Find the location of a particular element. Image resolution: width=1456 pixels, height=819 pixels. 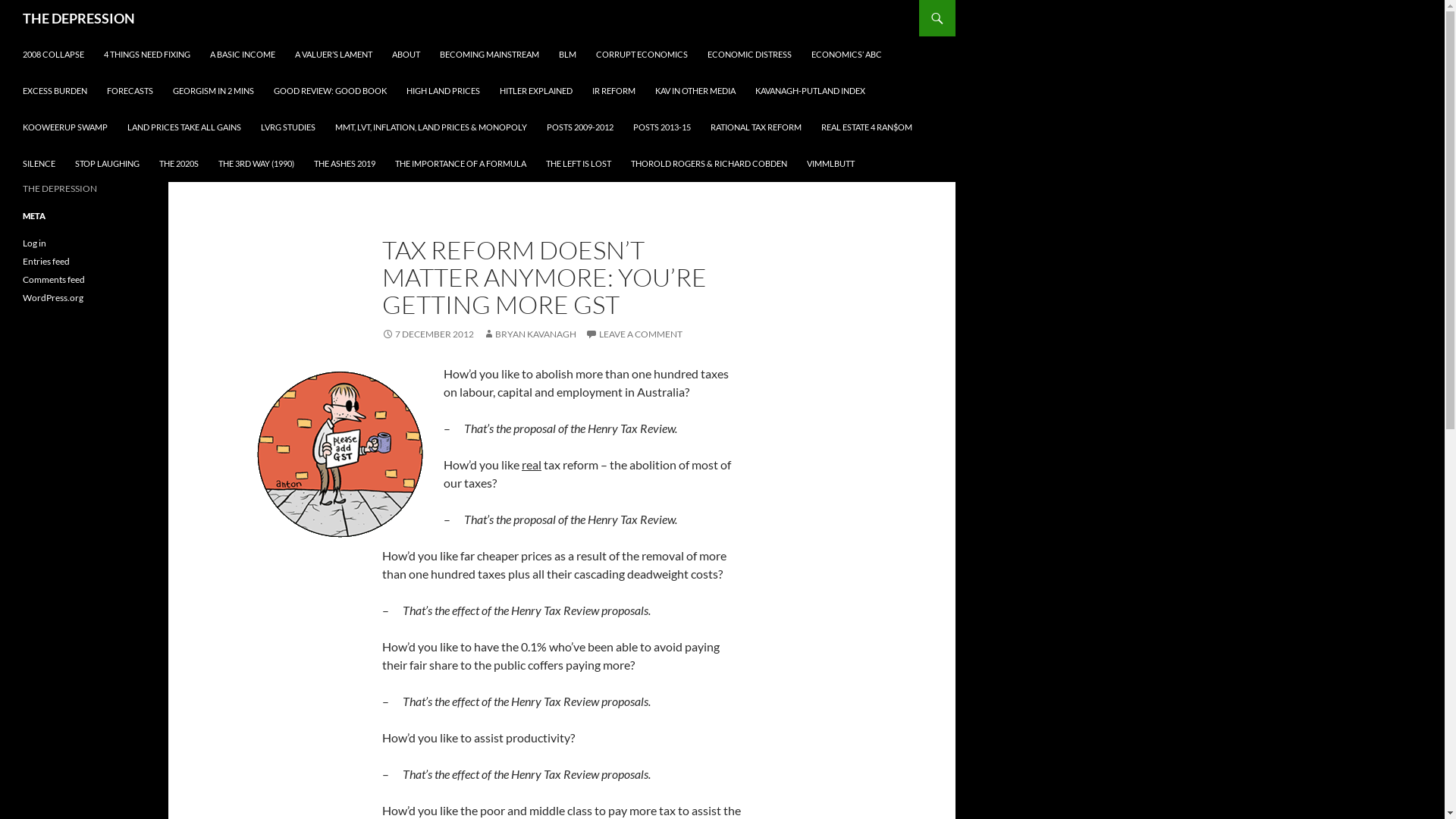

'WordPress.org' is located at coordinates (53, 297).